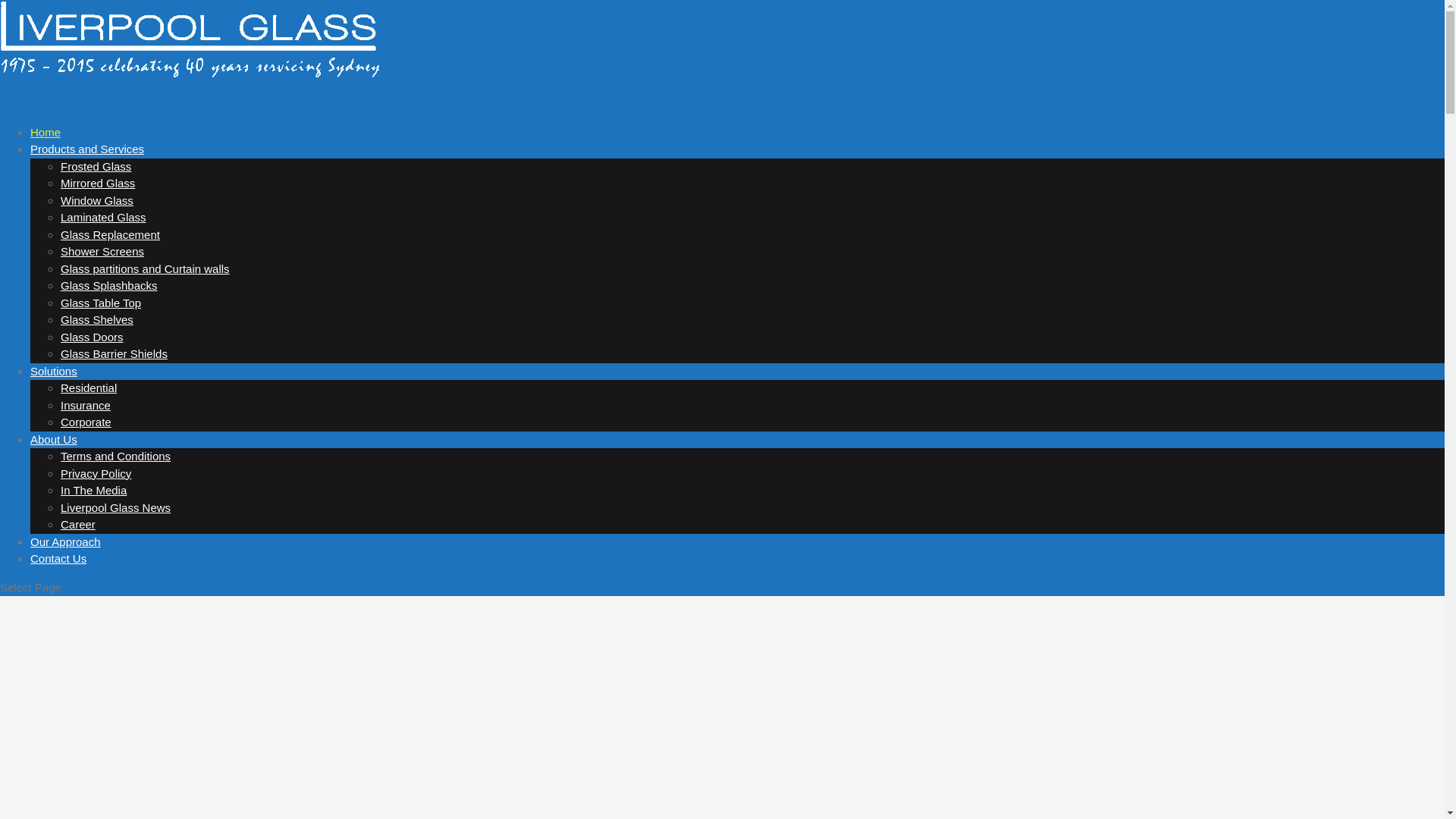 Image resolution: width=1456 pixels, height=819 pixels. What do you see at coordinates (87, 387) in the screenshot?
I see `'Residential'` at bounding box center [87, 387].